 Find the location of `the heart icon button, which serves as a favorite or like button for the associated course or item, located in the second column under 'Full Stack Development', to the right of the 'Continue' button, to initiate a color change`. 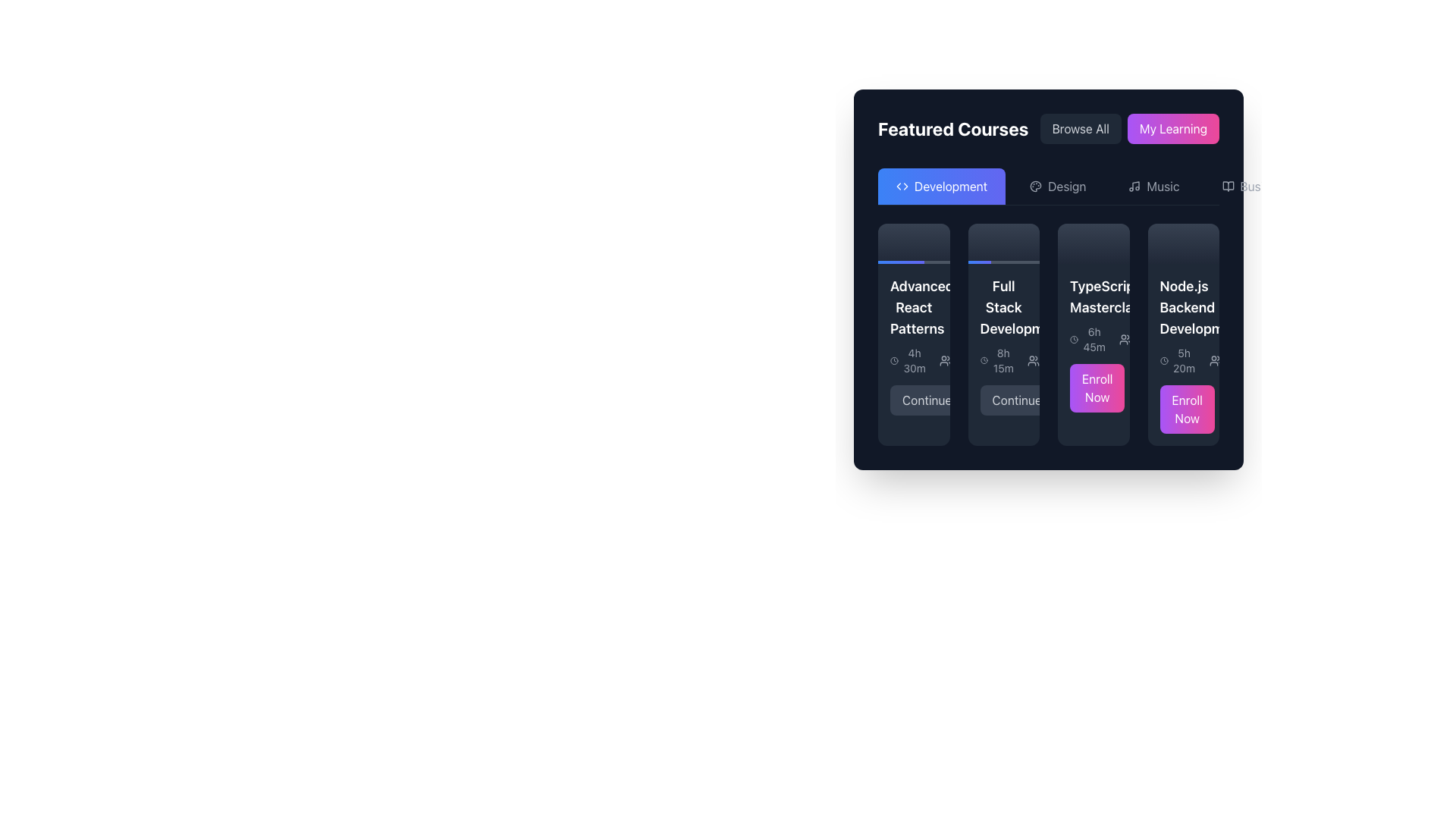

the heart icon button, which serves as a favorite or like button for the associated course or item, located in the second column under 'Full Stack Development', to the right of the 'Continue' button, to initiate a color change is located at coordinates (977, 400).